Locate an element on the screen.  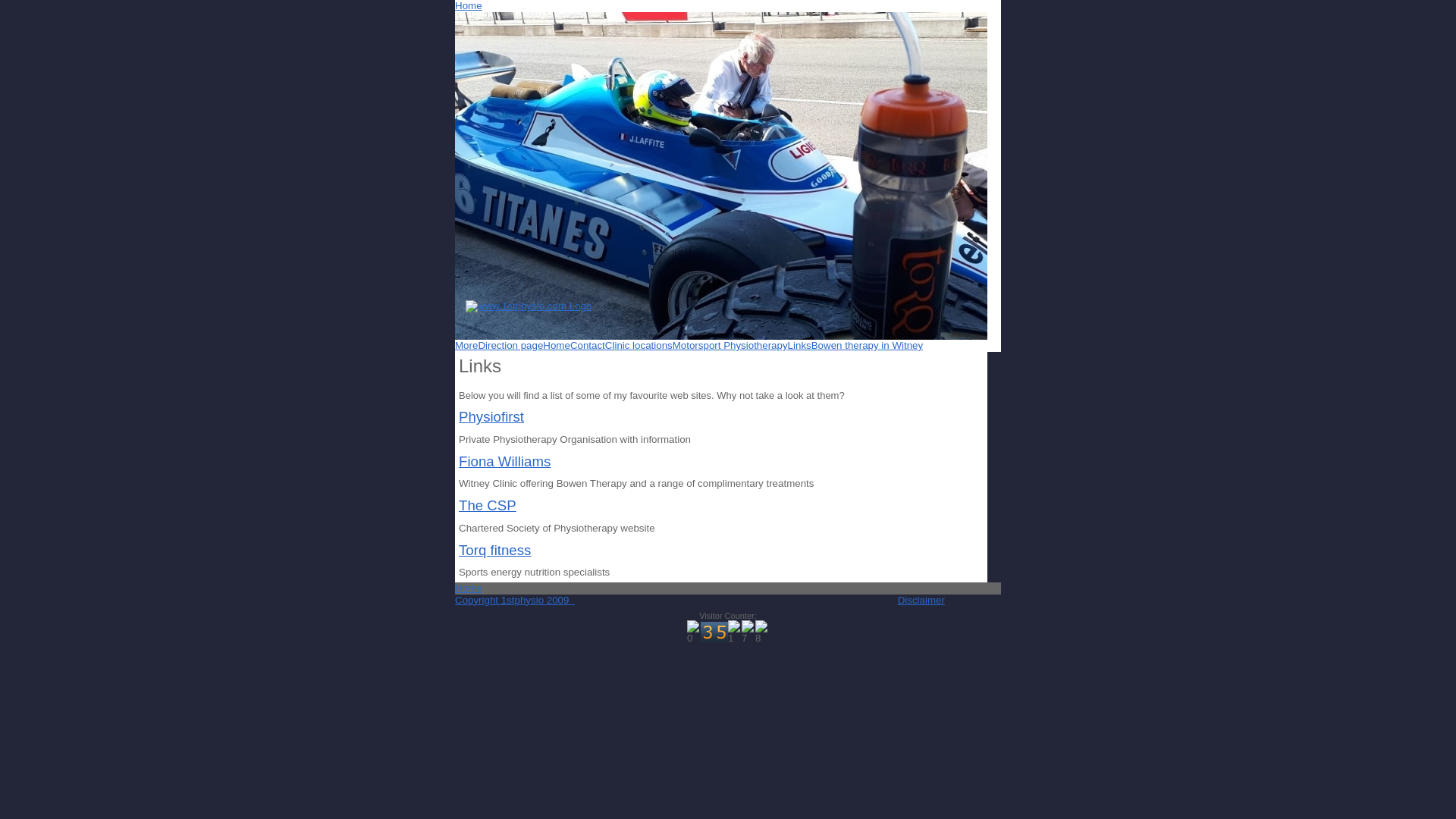
'Copyright 1stphysio 2009  ' is located at coordinates (514, 599).